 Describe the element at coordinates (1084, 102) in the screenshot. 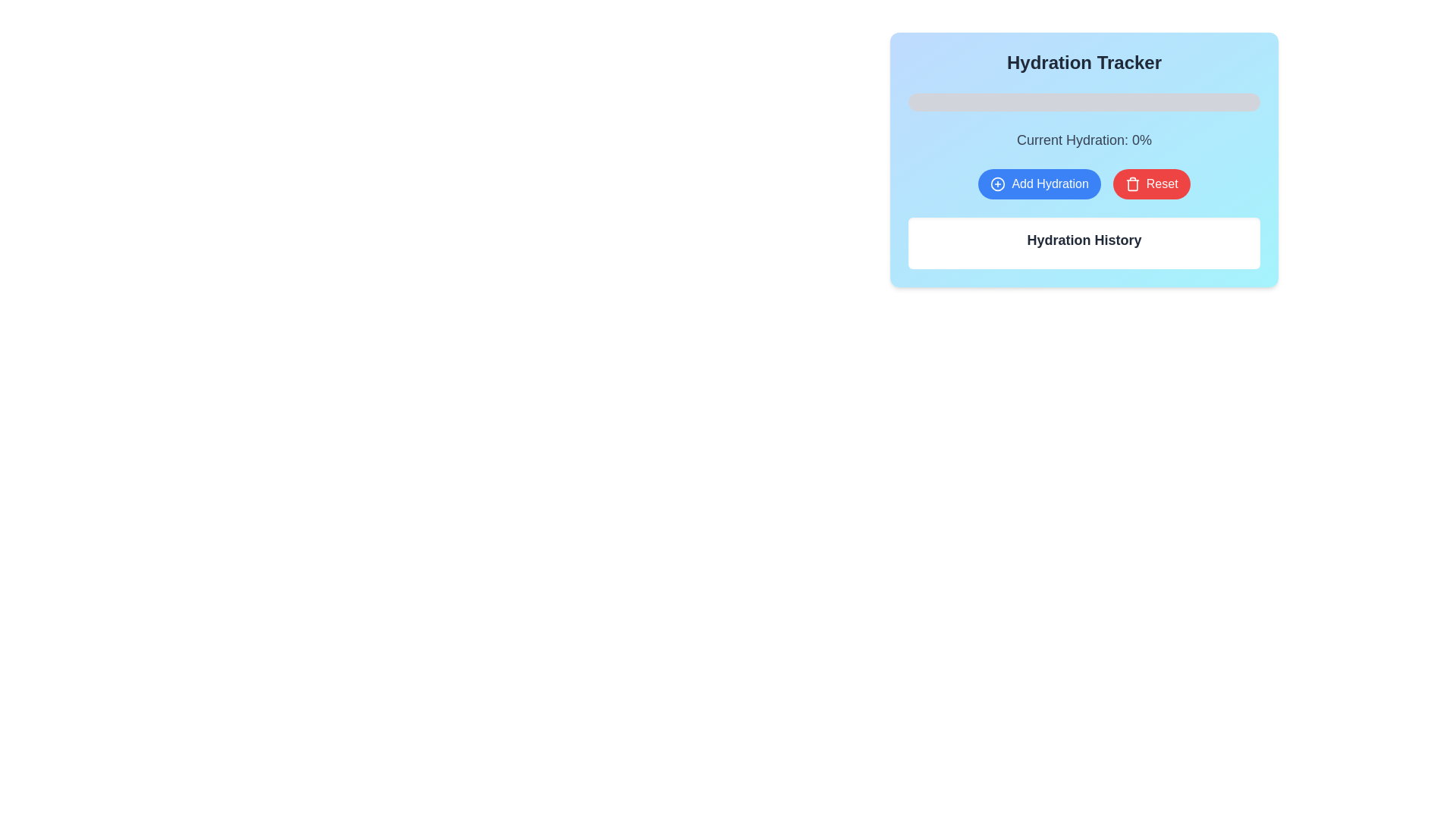

I see `the horizontal progress bar styled with a light gray background and rounded edges, located just under the 'Hydration Tracker' title` at that location.